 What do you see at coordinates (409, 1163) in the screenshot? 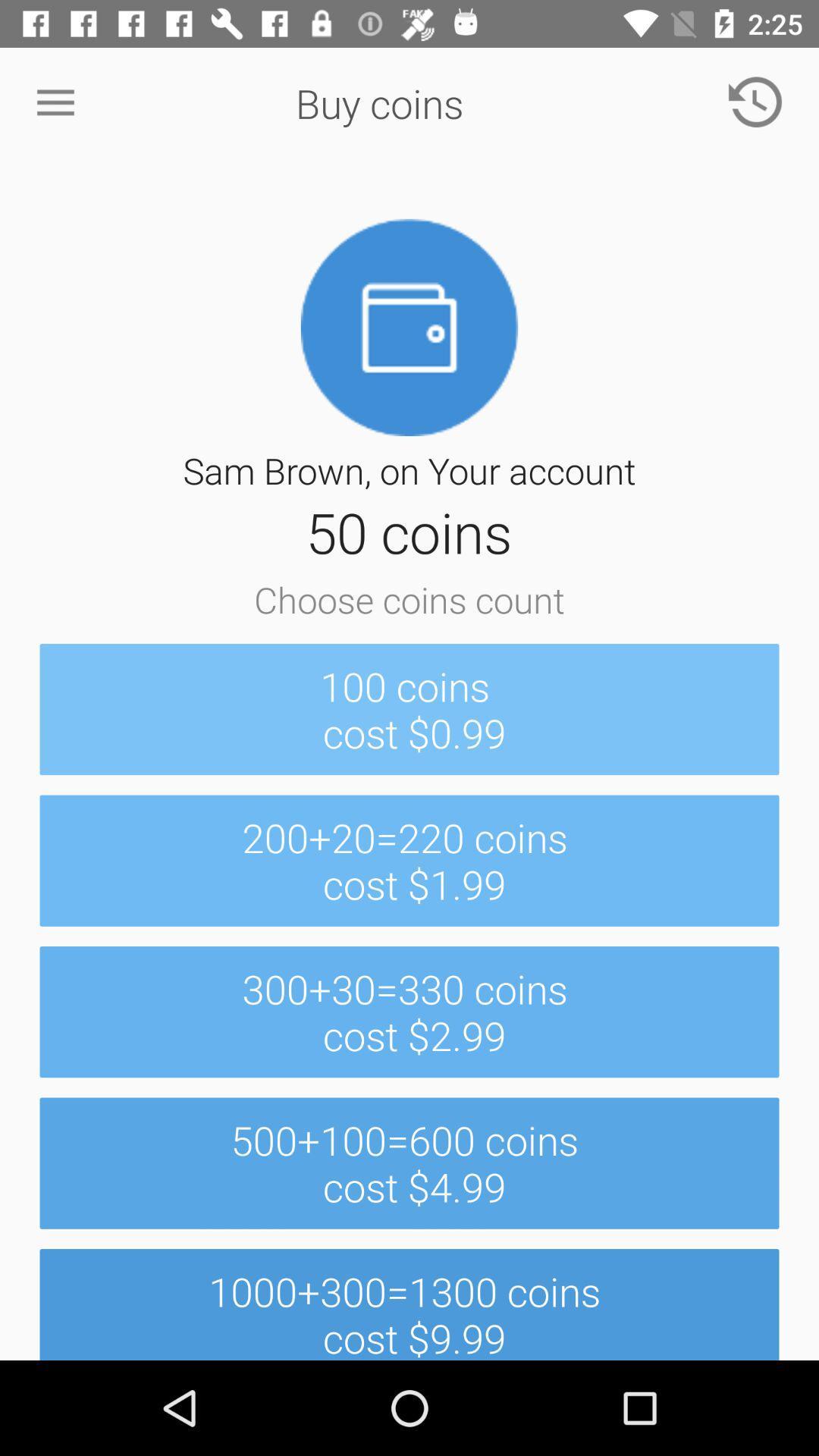
I see `500 100 600 icon` at bounding box center [409, 1163].